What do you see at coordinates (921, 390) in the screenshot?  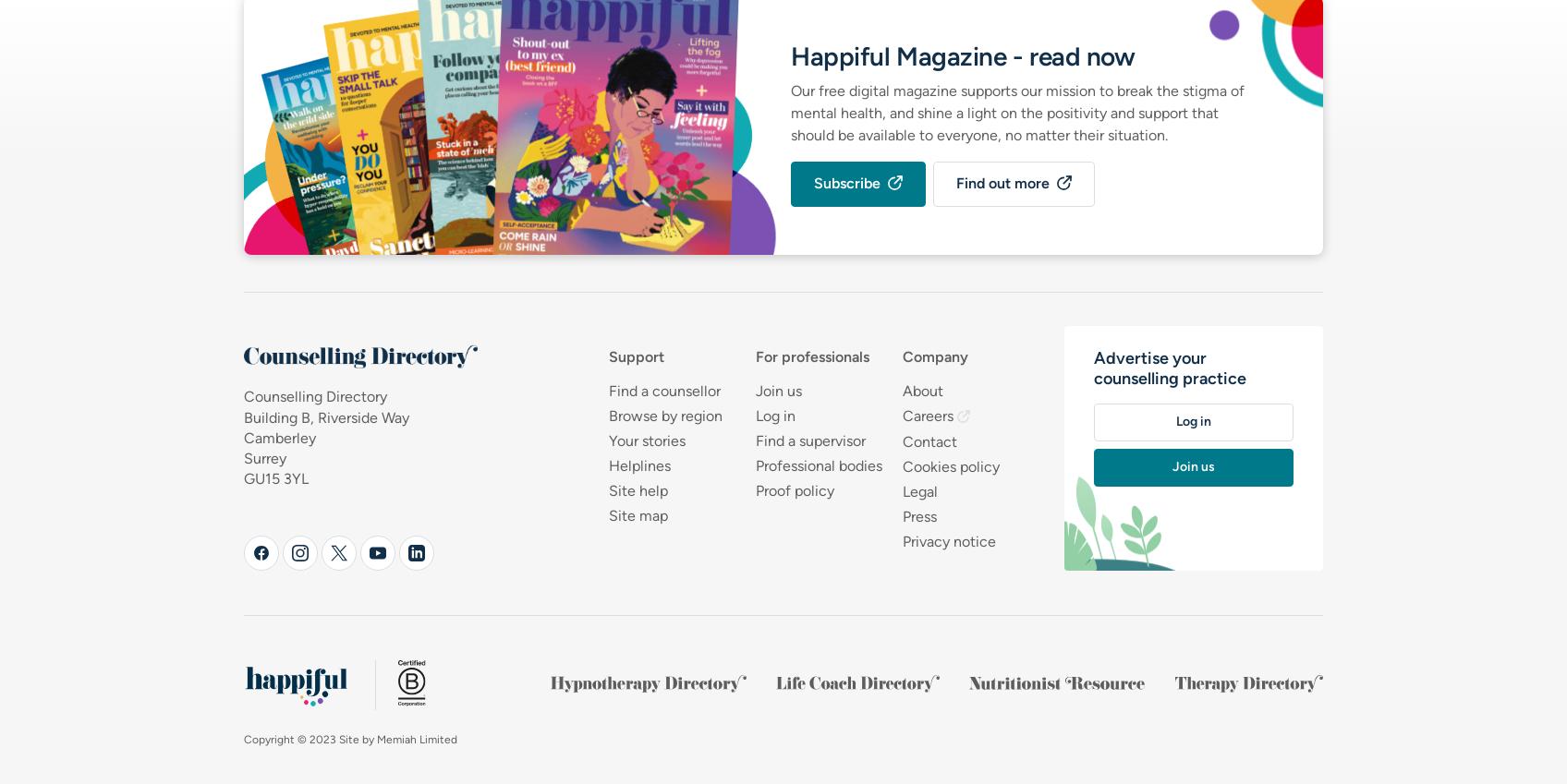 I see `'About'` at bounding box center [921, 390].